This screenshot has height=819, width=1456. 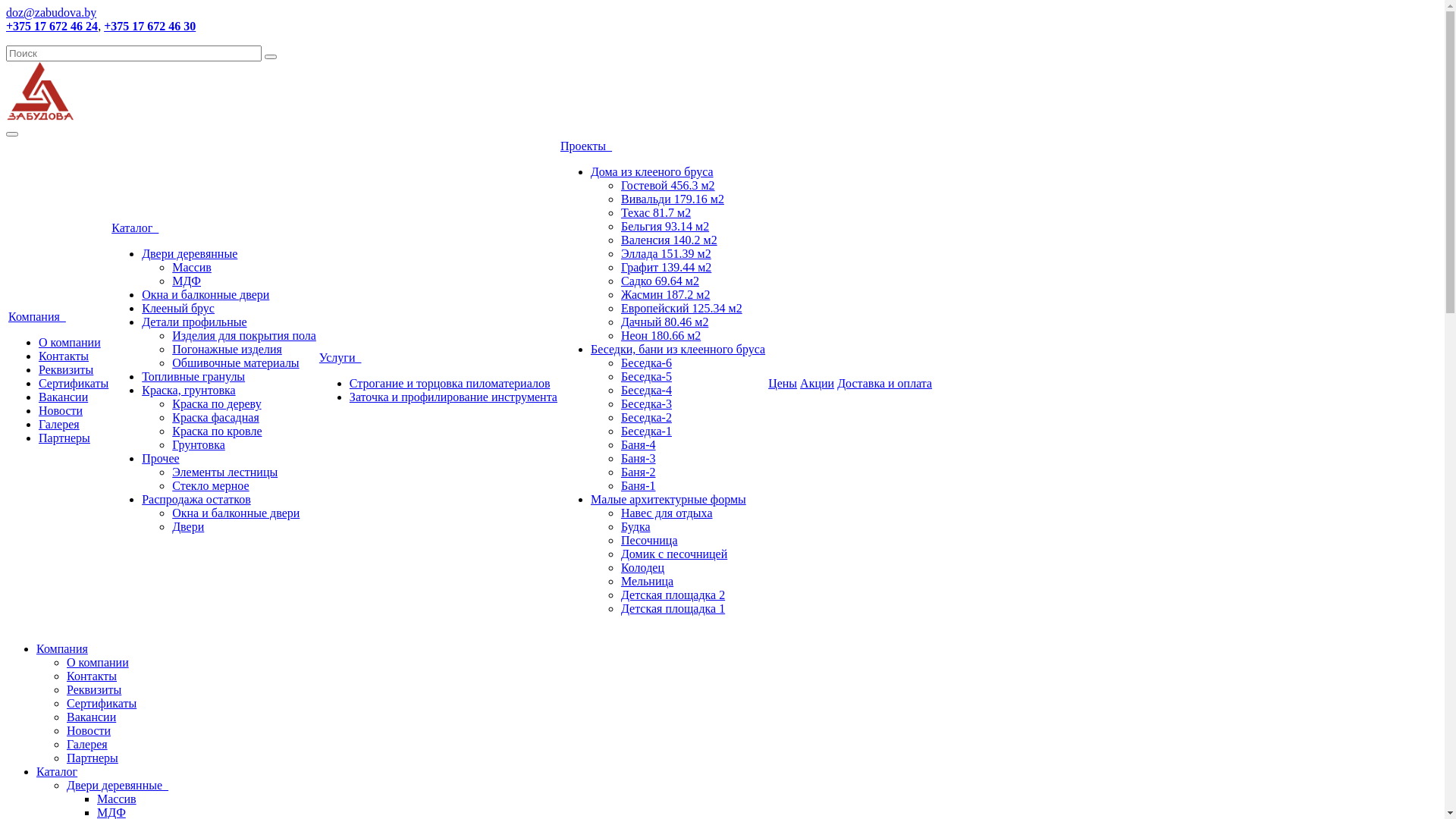 What do you see at coordinates (51, 12) in the screenshot?
I see `'doz@zabudova.by'` at bounding box center [51, 12].